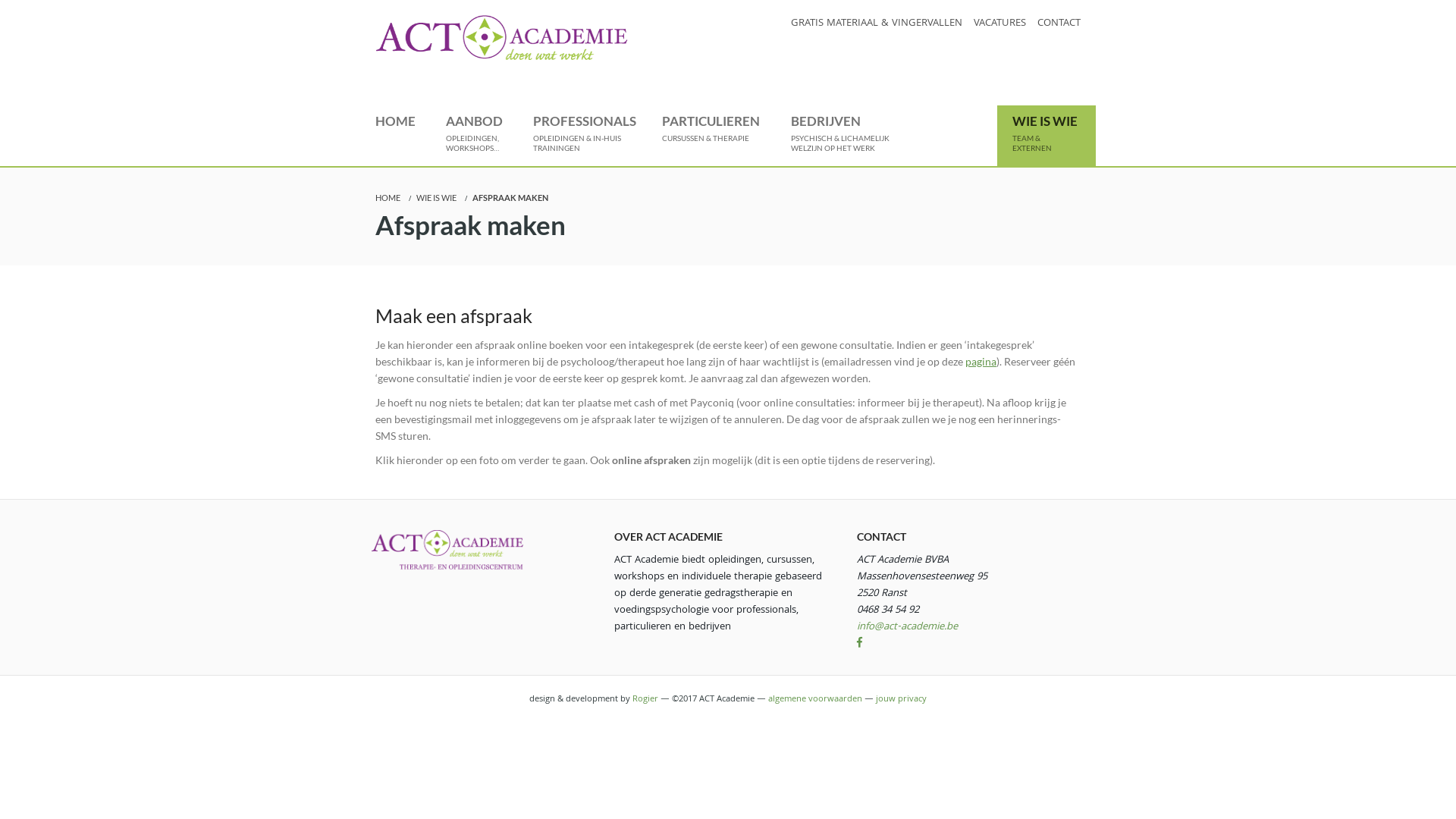 The height and width of the screenshot is (819, 1456). Describe the element at coordinates (395, 134) in the screenshot. I see `'HOME` at that location.